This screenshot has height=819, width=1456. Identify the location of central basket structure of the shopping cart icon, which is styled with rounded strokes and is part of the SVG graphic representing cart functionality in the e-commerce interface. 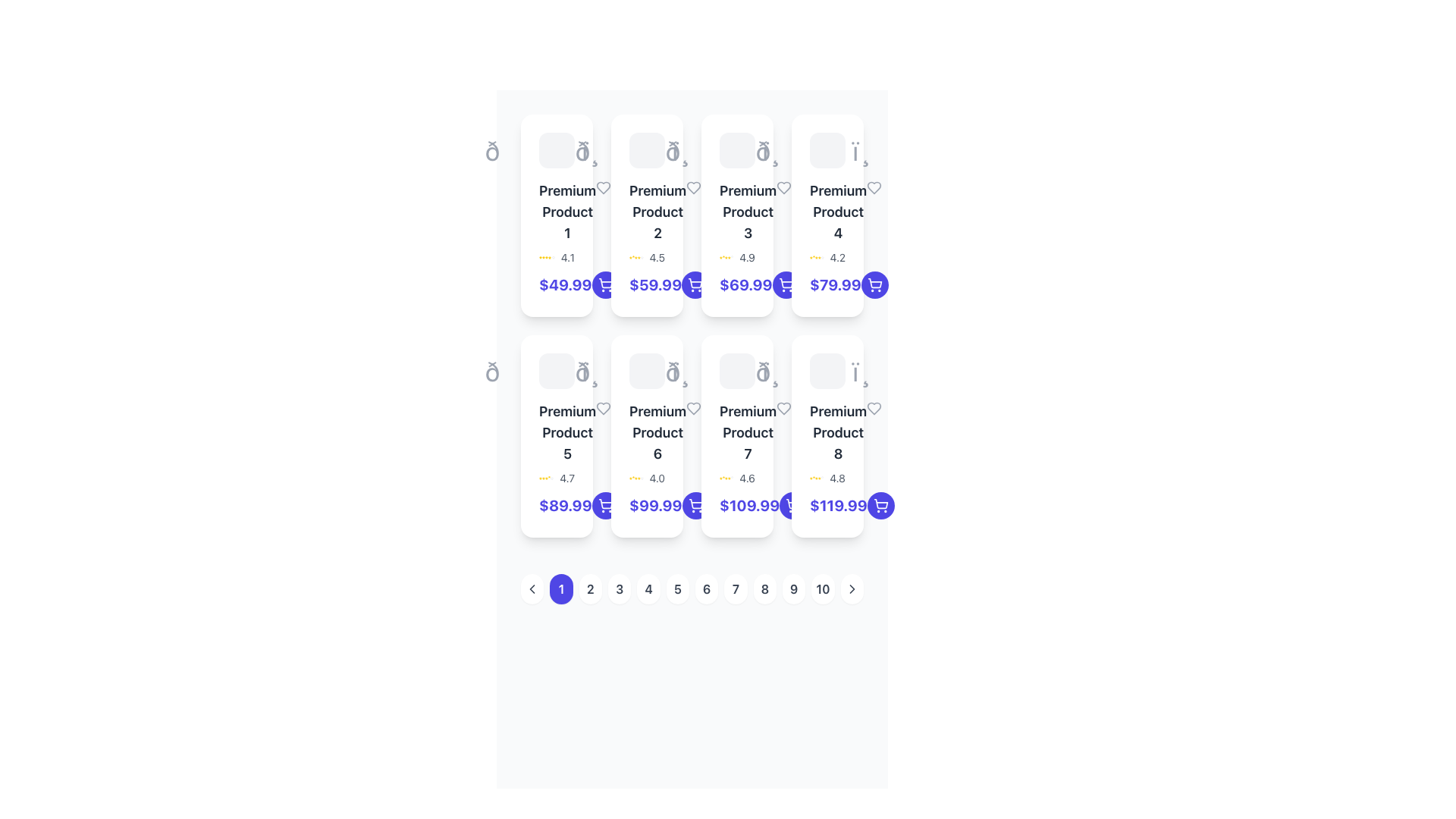
(792, 504).